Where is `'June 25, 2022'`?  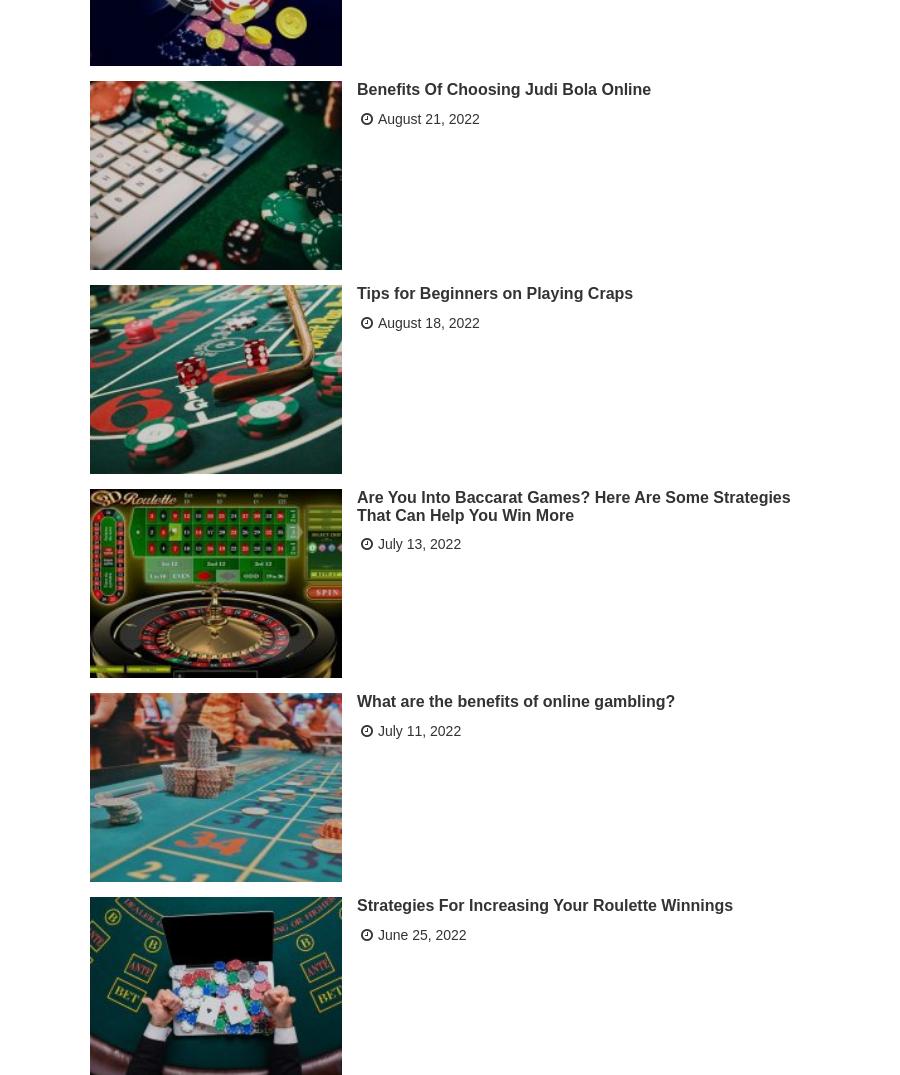
'June 25, 2022' is located at coordinates (421, 932).